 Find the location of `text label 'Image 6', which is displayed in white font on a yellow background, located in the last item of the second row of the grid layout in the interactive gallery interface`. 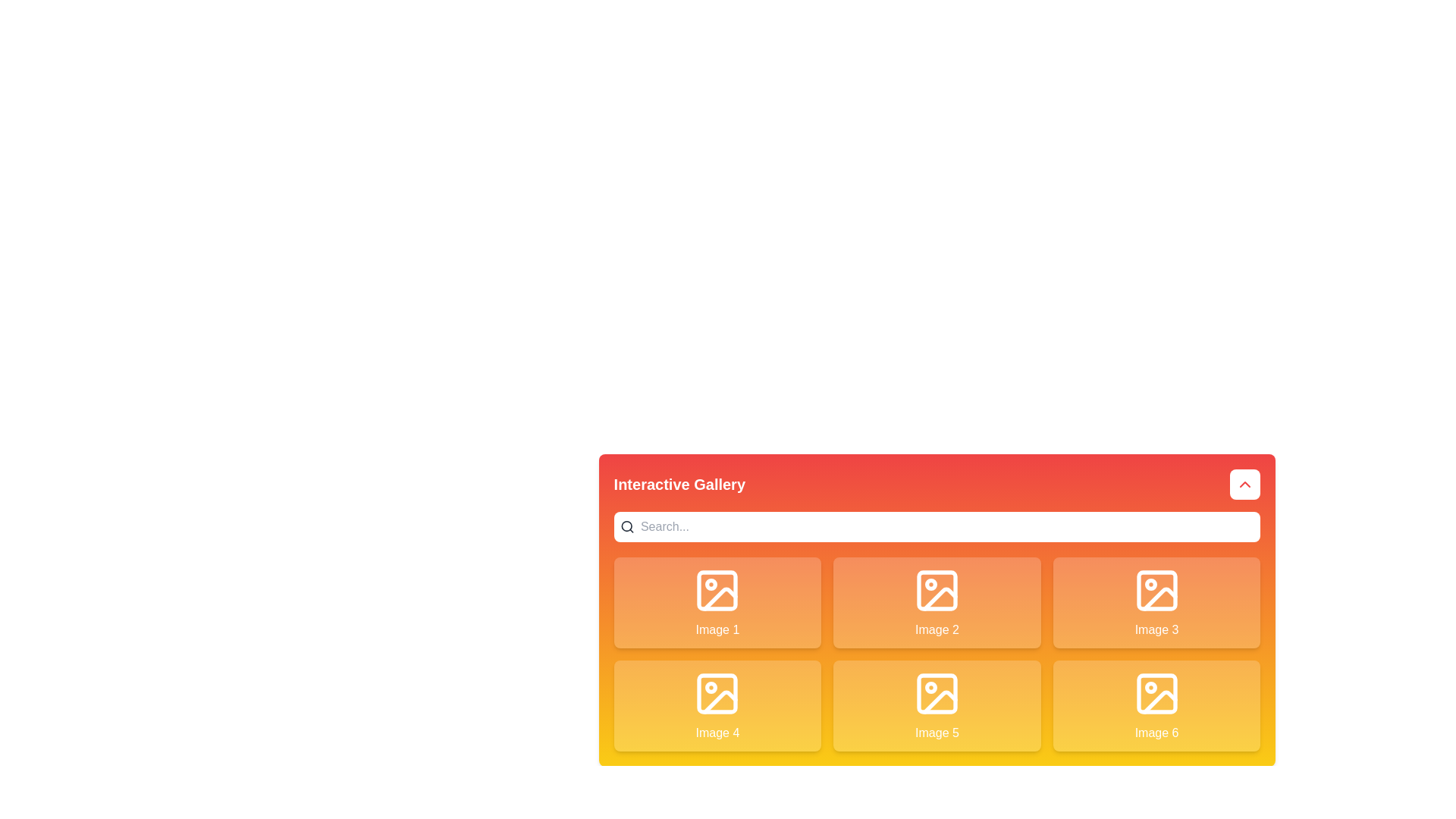

text label 'Image 6', which is displayed in white font on a yellow background, located in the last item of the second row of the grid layout in the interactive gallery interface is located at coordinates (1156, 733).